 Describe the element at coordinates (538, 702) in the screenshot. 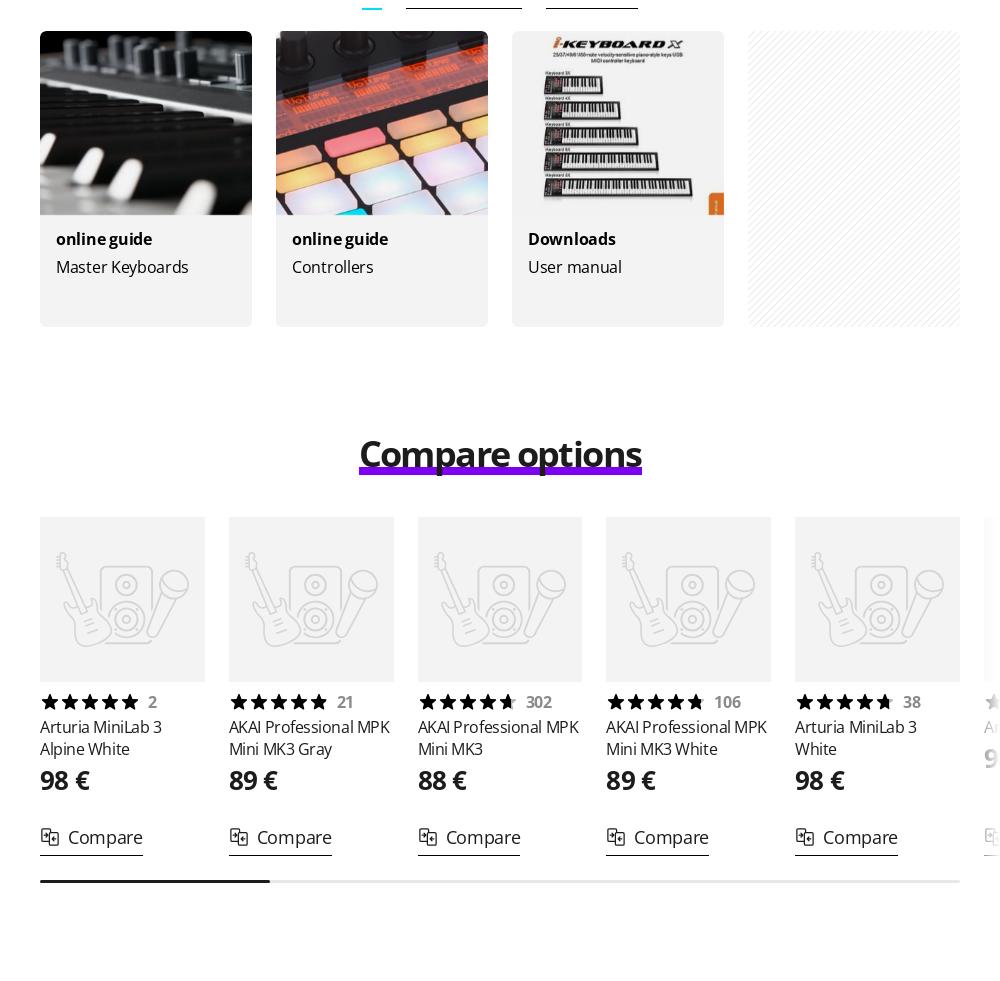

I see `'302'` at that location.